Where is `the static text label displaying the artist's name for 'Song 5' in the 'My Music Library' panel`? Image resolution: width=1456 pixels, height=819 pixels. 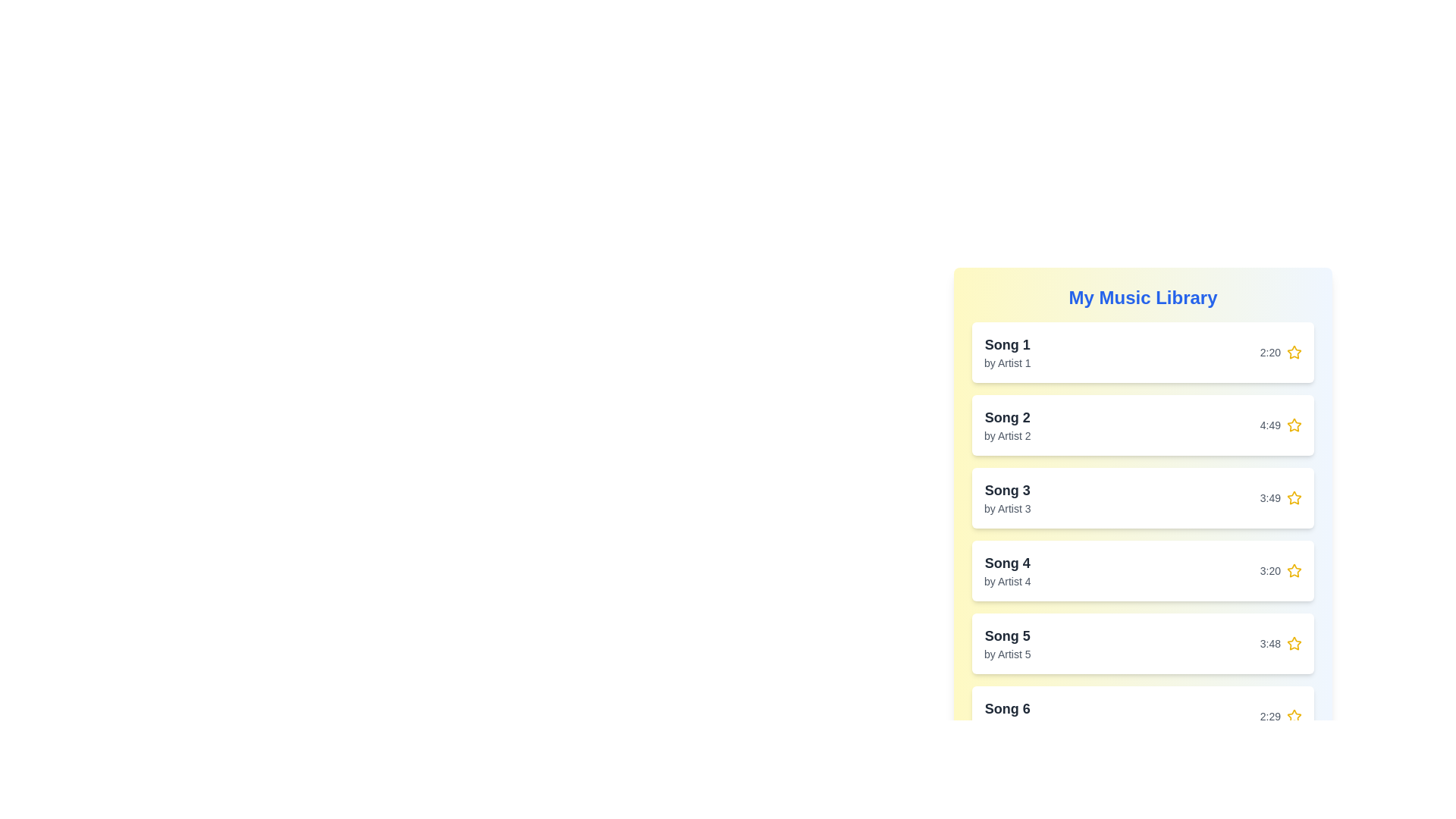
the static text label displaying the artist's name for 'Song 5' in the 'My Music Library' panel is located at coordinates (1007, 654).